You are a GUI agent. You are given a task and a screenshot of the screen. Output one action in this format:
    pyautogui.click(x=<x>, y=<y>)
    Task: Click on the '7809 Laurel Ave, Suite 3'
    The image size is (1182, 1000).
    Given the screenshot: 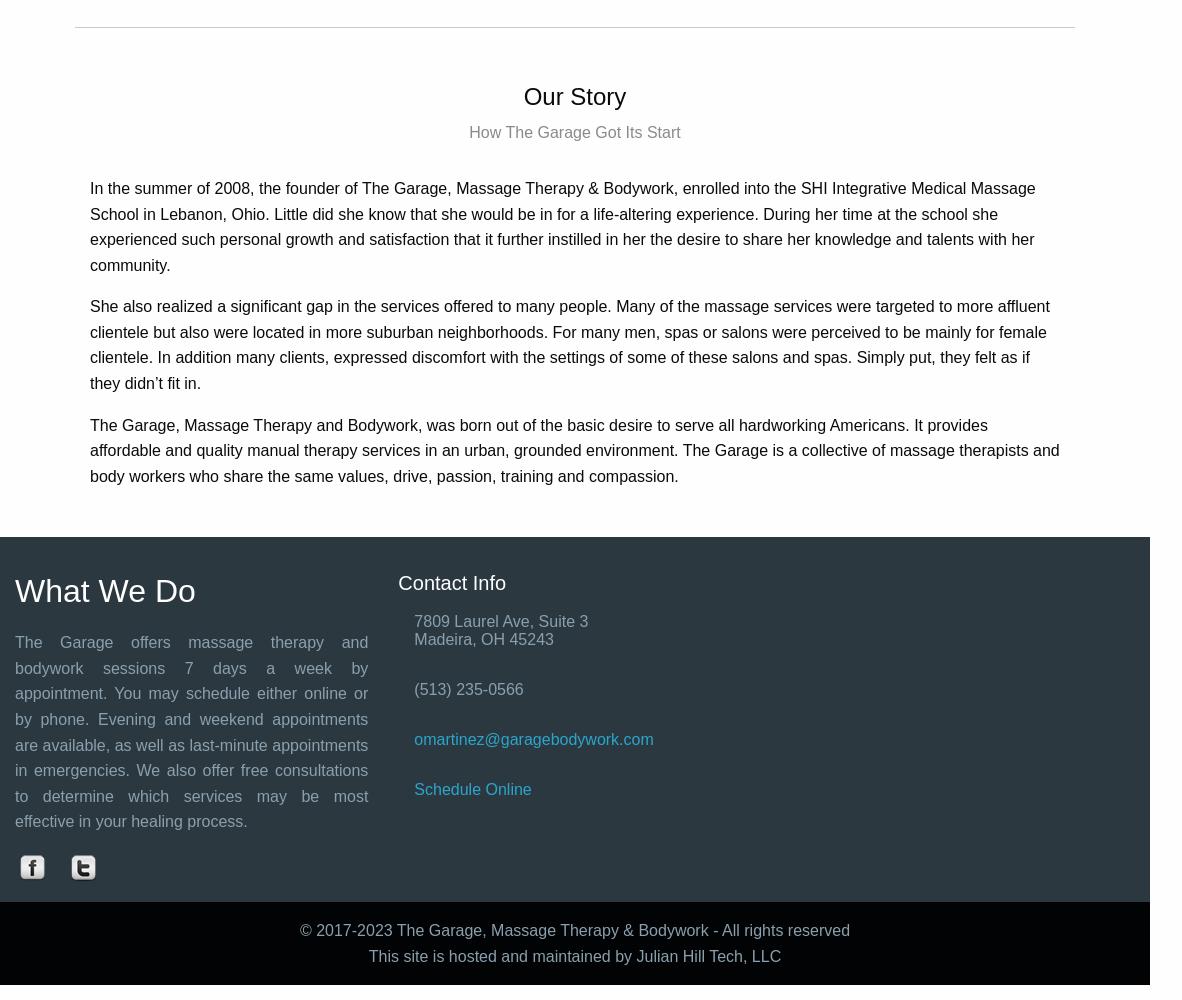 What is the action you would take?
    pyautogui.click(x=501, y=620)
    